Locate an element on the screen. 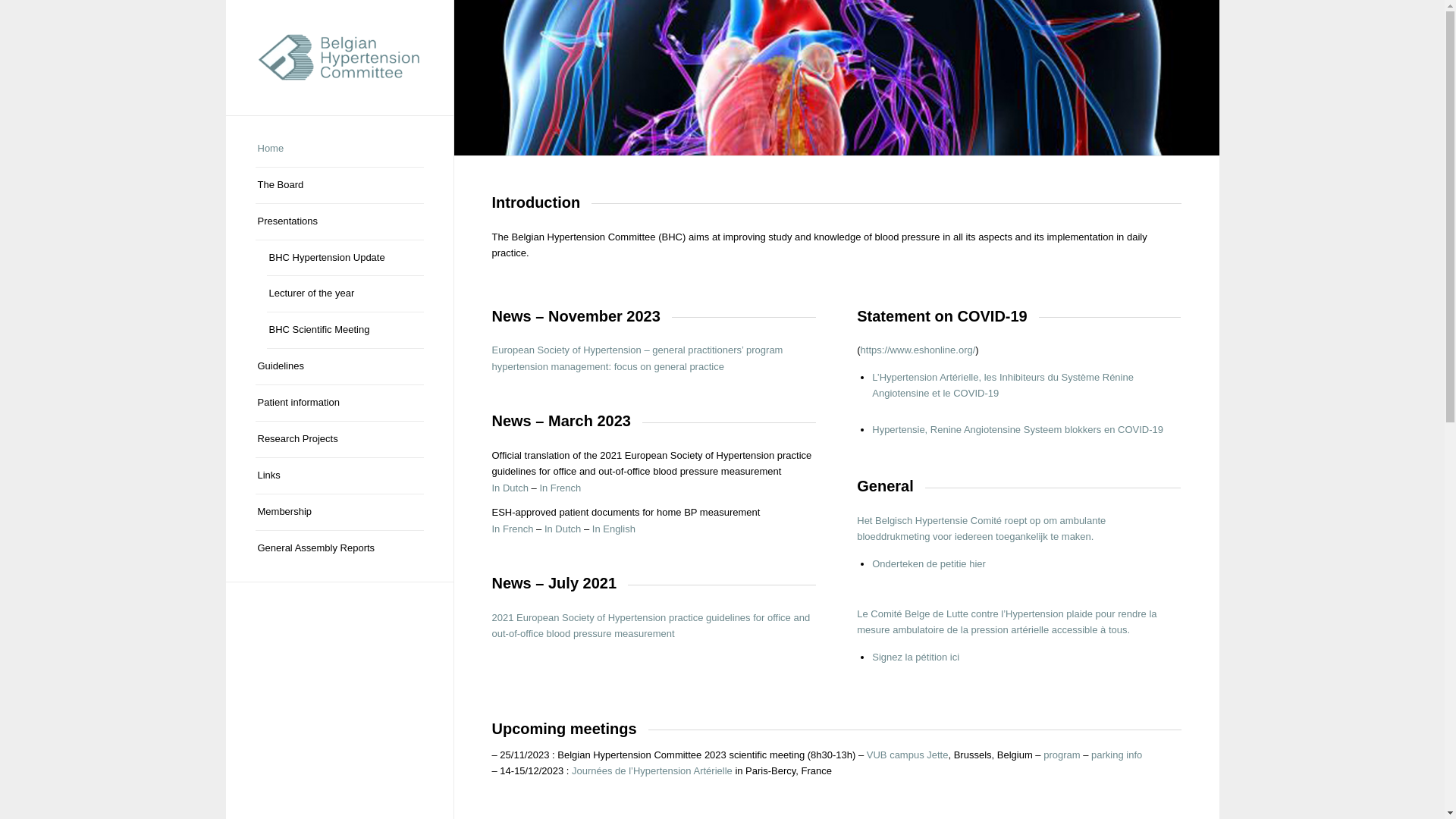 This screenshot has width=1456, height=819. 'General Assembly Reports' is located at coordinates (337, 548).